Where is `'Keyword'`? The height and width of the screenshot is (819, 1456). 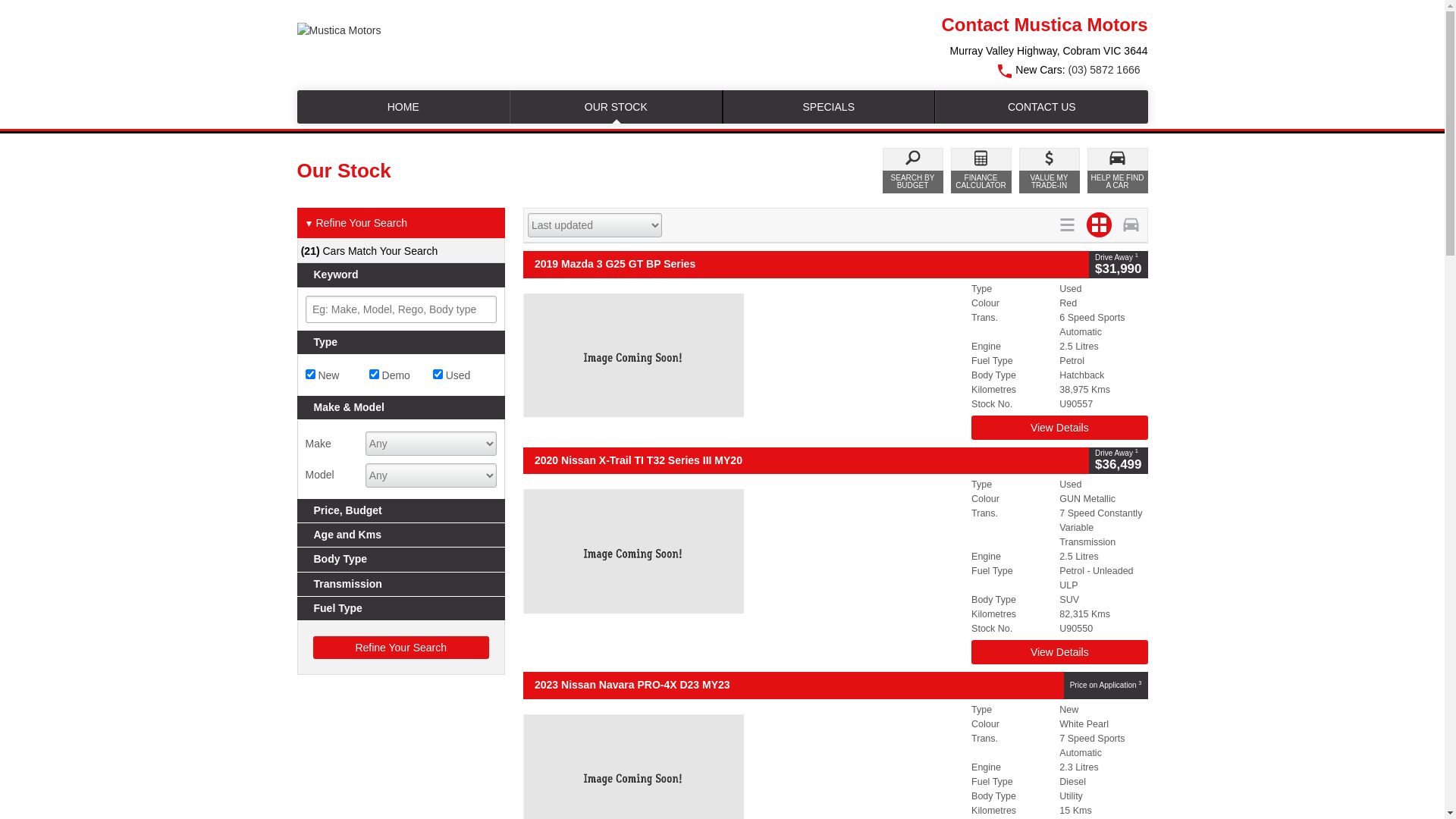
'Keyword' is located at coordinates (401, 275).